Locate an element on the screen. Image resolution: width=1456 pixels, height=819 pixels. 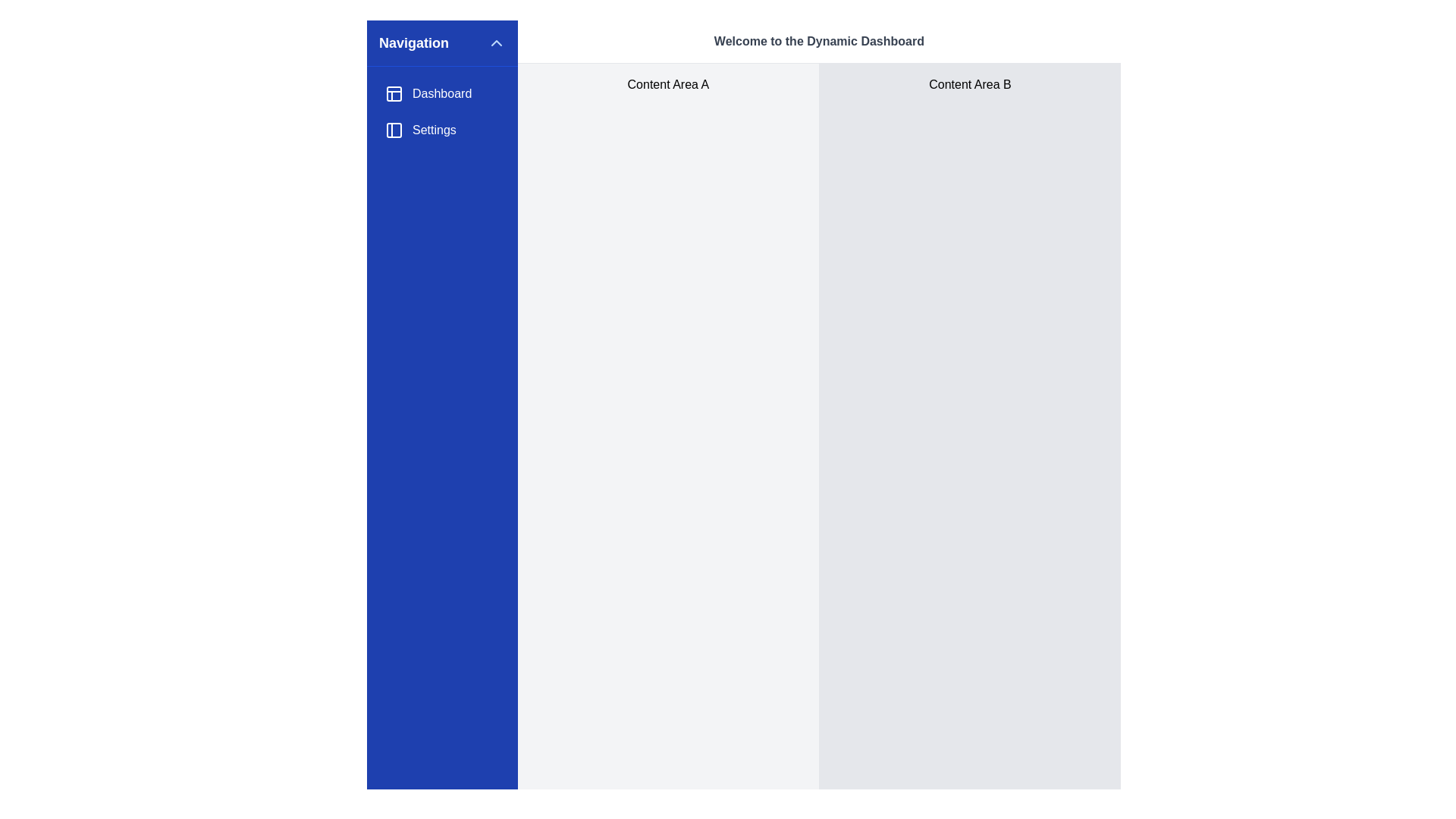
the dashboard icon, which is a rounded rectangle styled element located in the left sidebar, above the 'Settings' option and to the left of the 'Dashboard' text label is located at coordinates (394, 93).